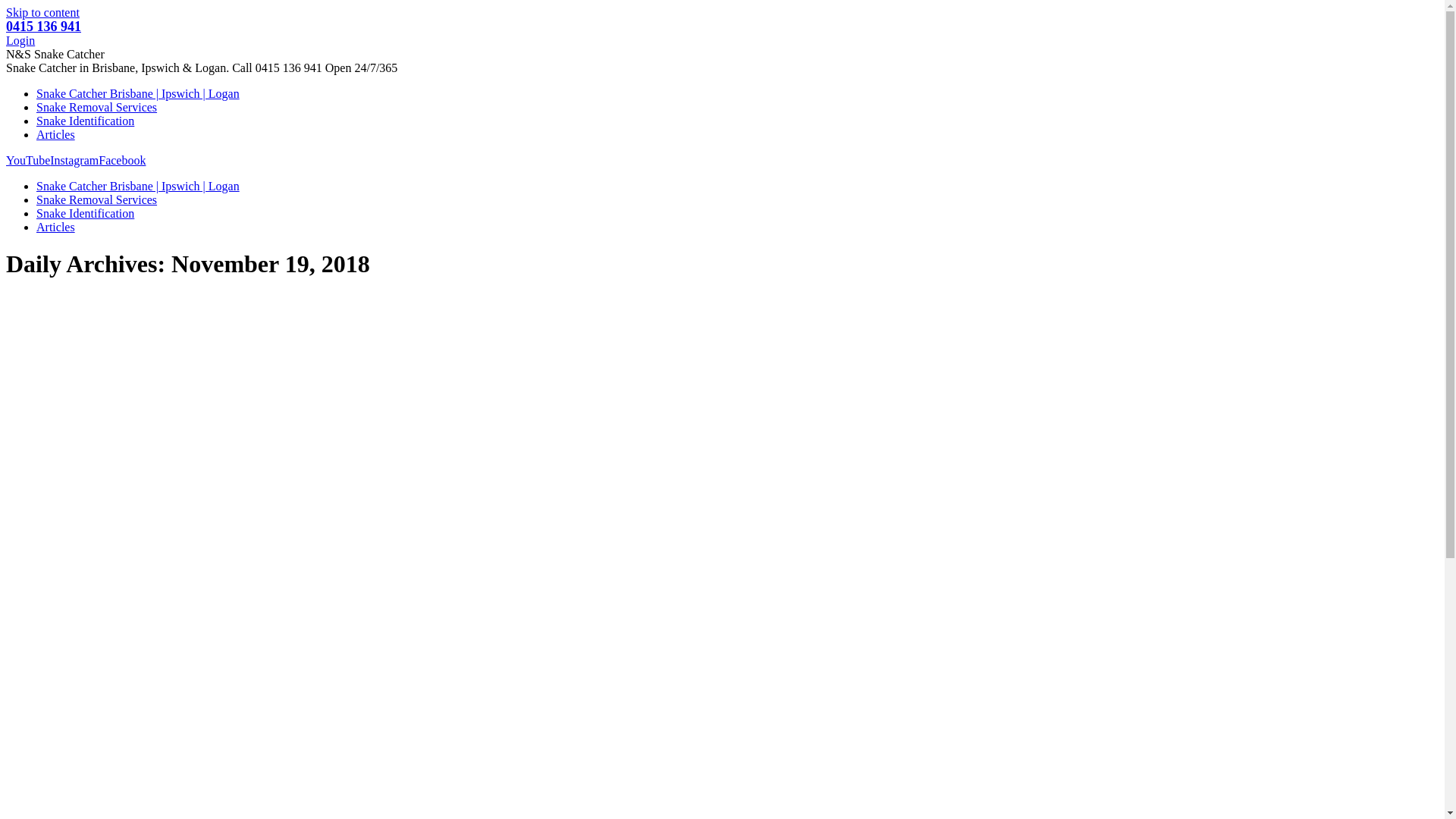  What do you see at coordinates (43, 26) in the screenshot?
I see `'0415 136 941'` at bounding box center [43, 26].